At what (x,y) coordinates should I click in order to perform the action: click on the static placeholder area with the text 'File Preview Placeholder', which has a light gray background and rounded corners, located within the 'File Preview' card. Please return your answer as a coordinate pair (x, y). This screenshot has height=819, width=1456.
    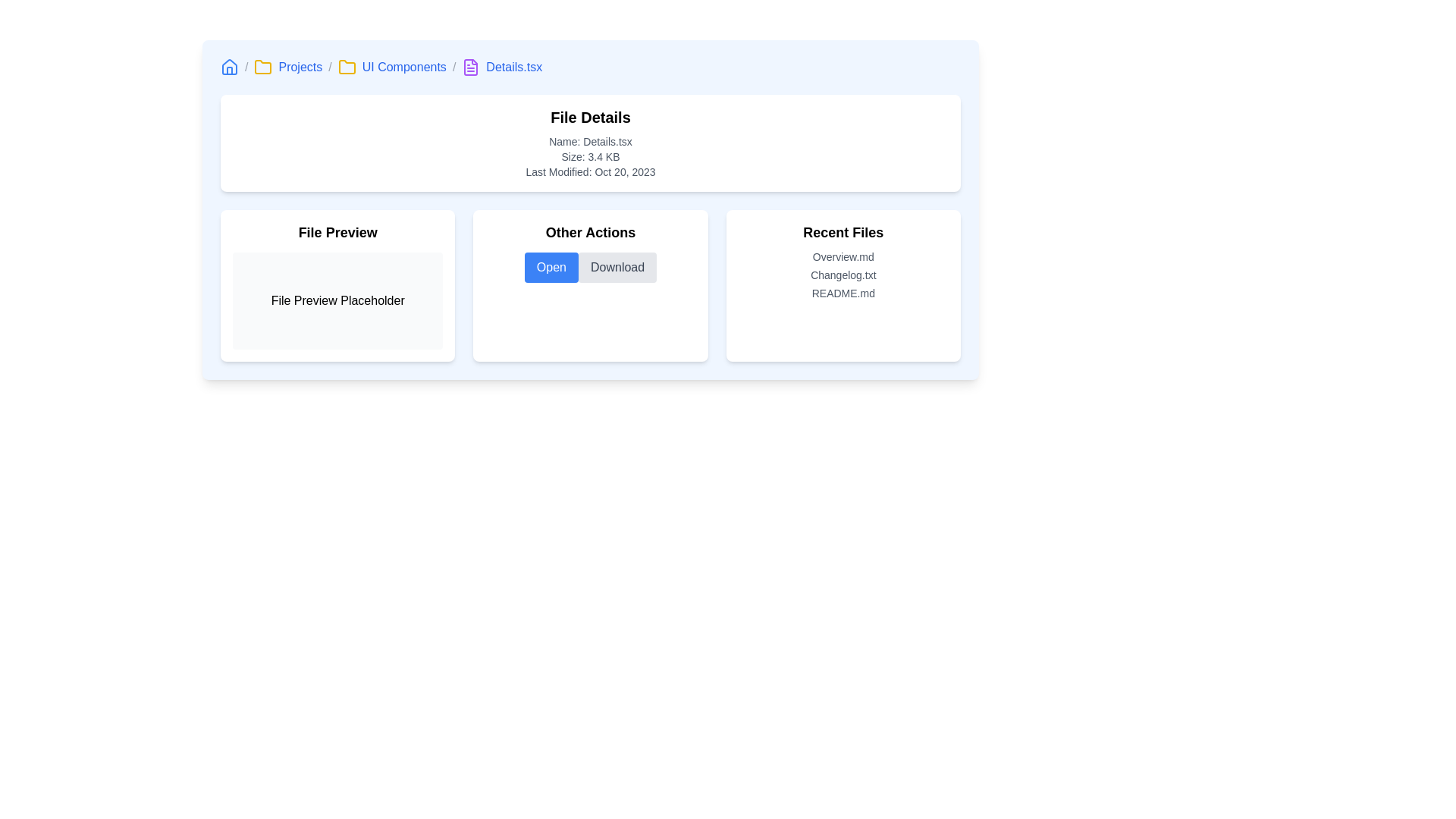
    Looking at the image, I should click on (337, 301).